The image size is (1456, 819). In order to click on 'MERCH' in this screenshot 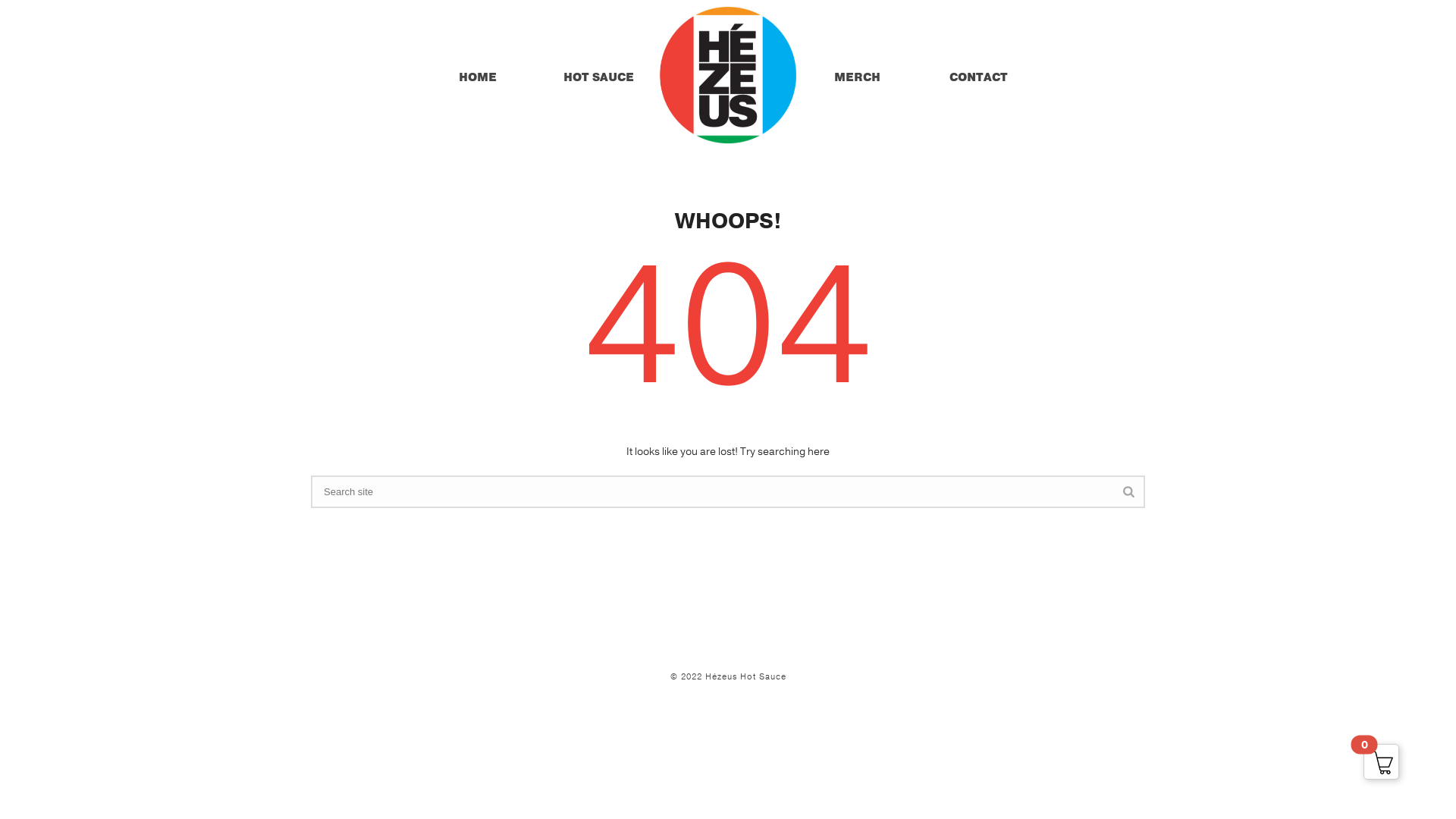, I will do `click(856, 76)`.